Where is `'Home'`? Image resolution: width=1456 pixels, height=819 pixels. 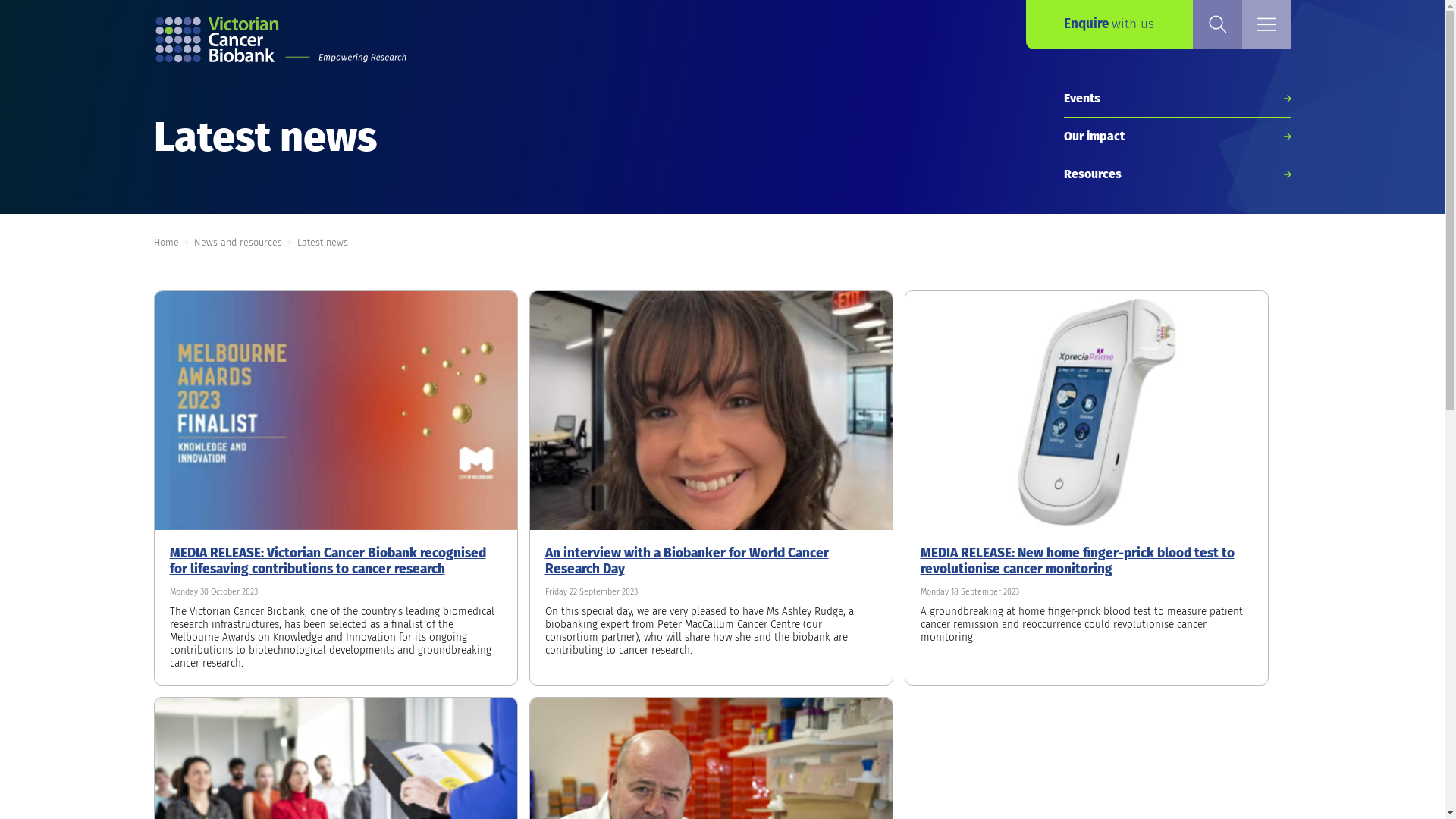
'Home' is located at coordinates (165, 241).